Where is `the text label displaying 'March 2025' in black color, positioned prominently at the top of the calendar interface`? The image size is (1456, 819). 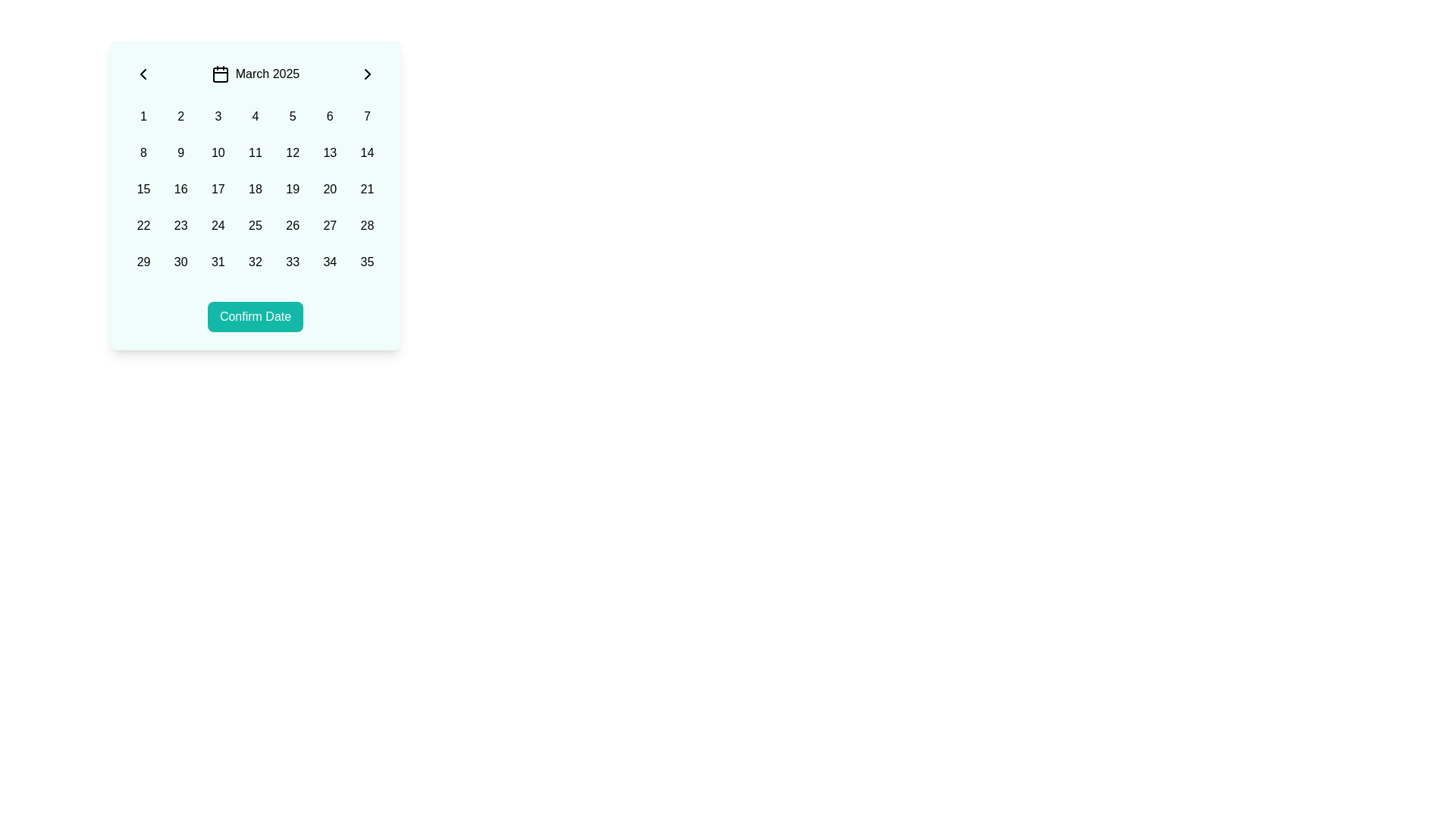 the text label displaying 'March 2025' in black color, positioned prominently at the top of the calendar interface is located at coordinates (268, 74).